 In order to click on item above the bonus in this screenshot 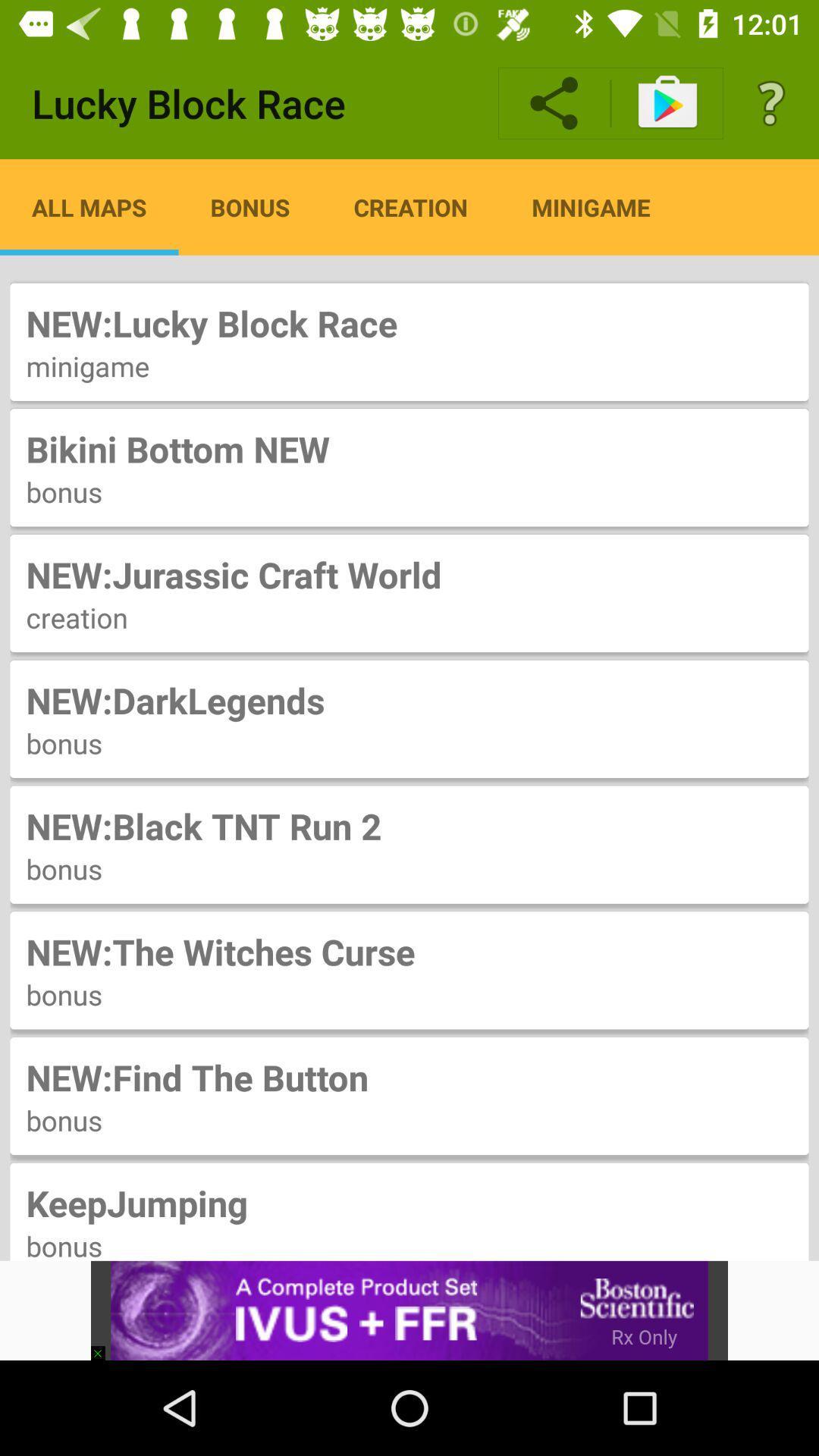, I will do `click(409, 448)`.